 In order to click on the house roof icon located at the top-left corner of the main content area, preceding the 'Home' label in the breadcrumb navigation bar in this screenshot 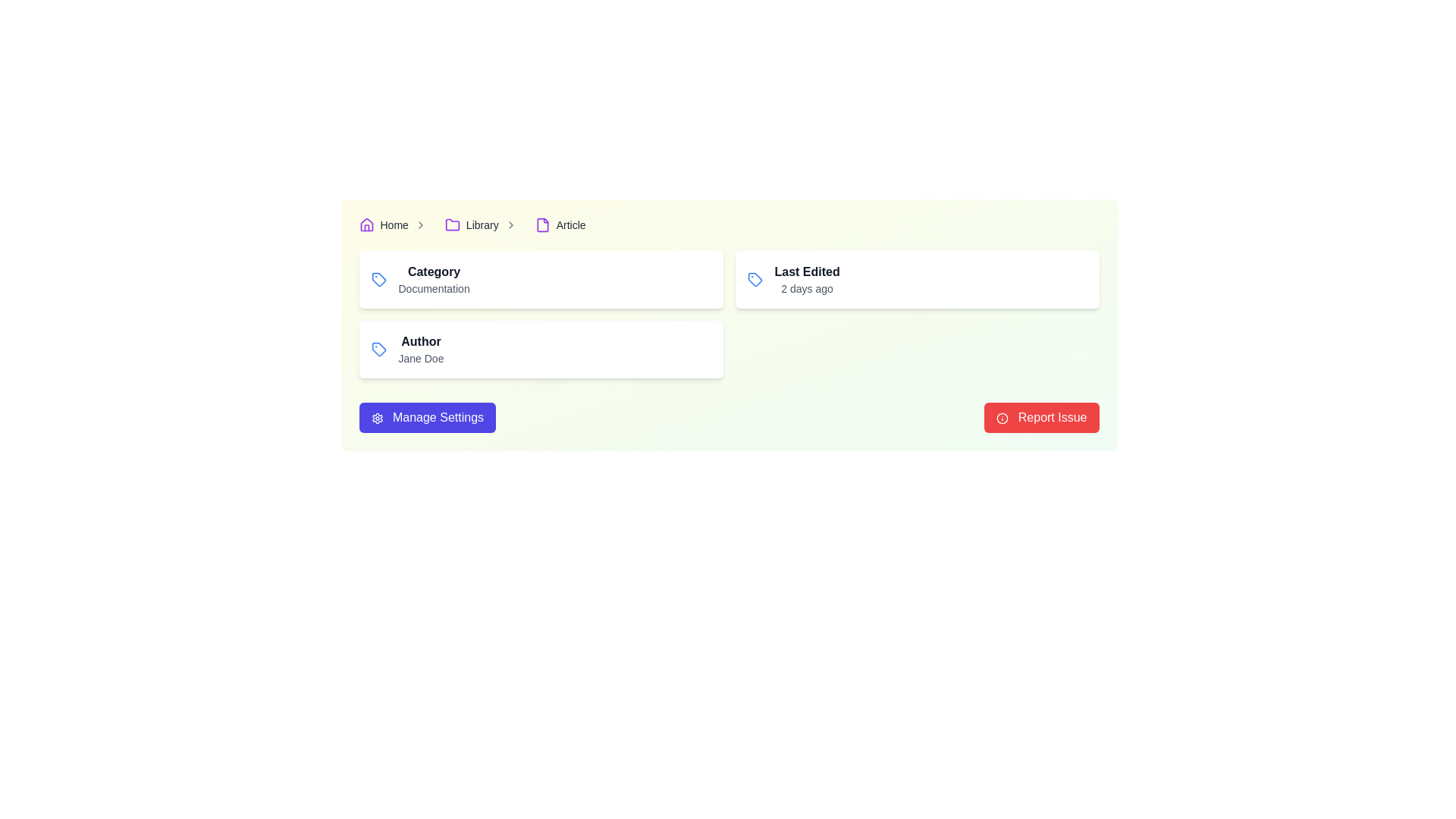, I will do `click(366, 224)`.